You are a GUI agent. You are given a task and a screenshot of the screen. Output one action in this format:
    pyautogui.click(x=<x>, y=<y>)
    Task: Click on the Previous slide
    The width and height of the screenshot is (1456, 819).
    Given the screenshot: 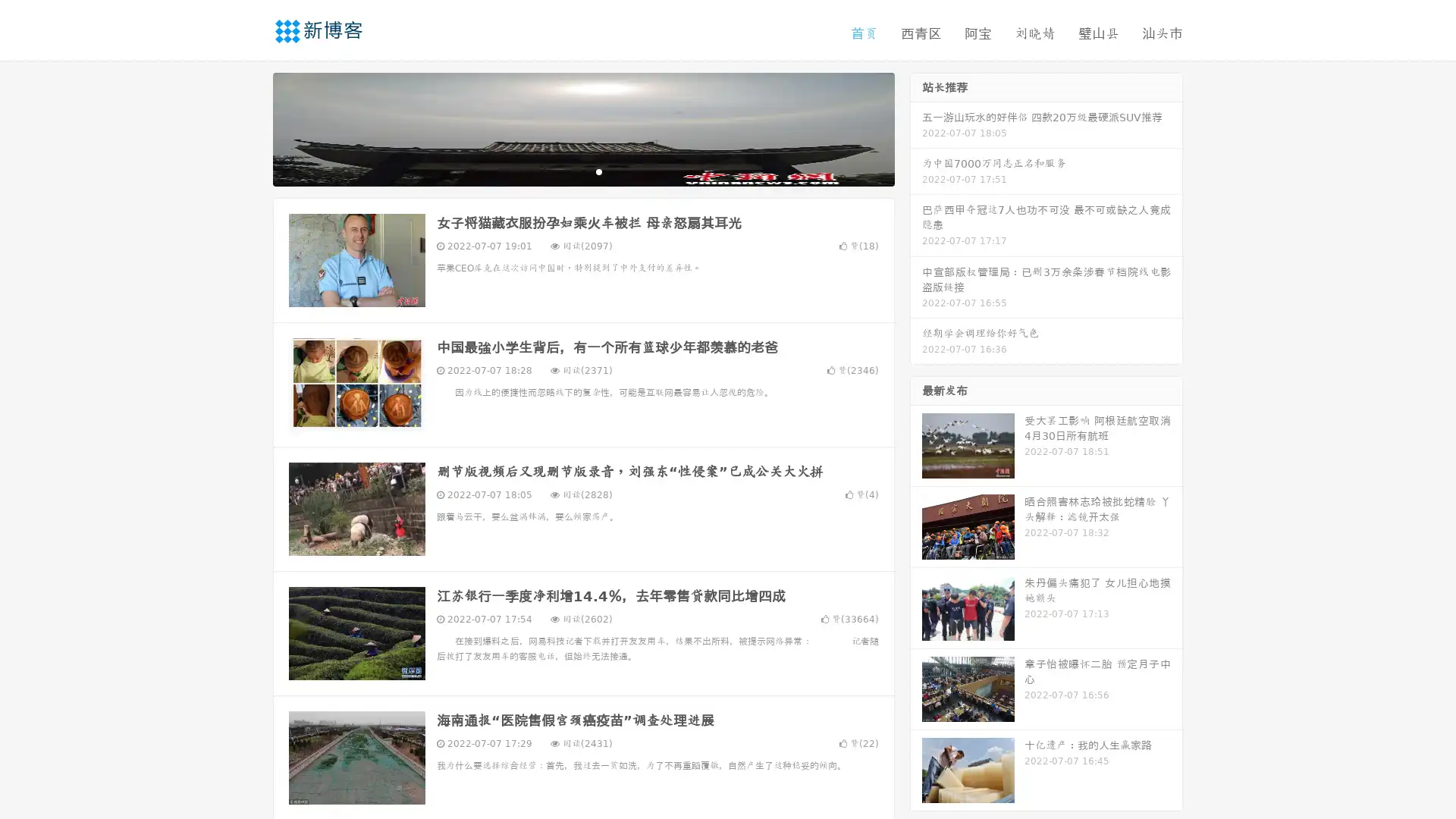 What is the action you would take?
    pyautogui.click(x=250, y=127)
    